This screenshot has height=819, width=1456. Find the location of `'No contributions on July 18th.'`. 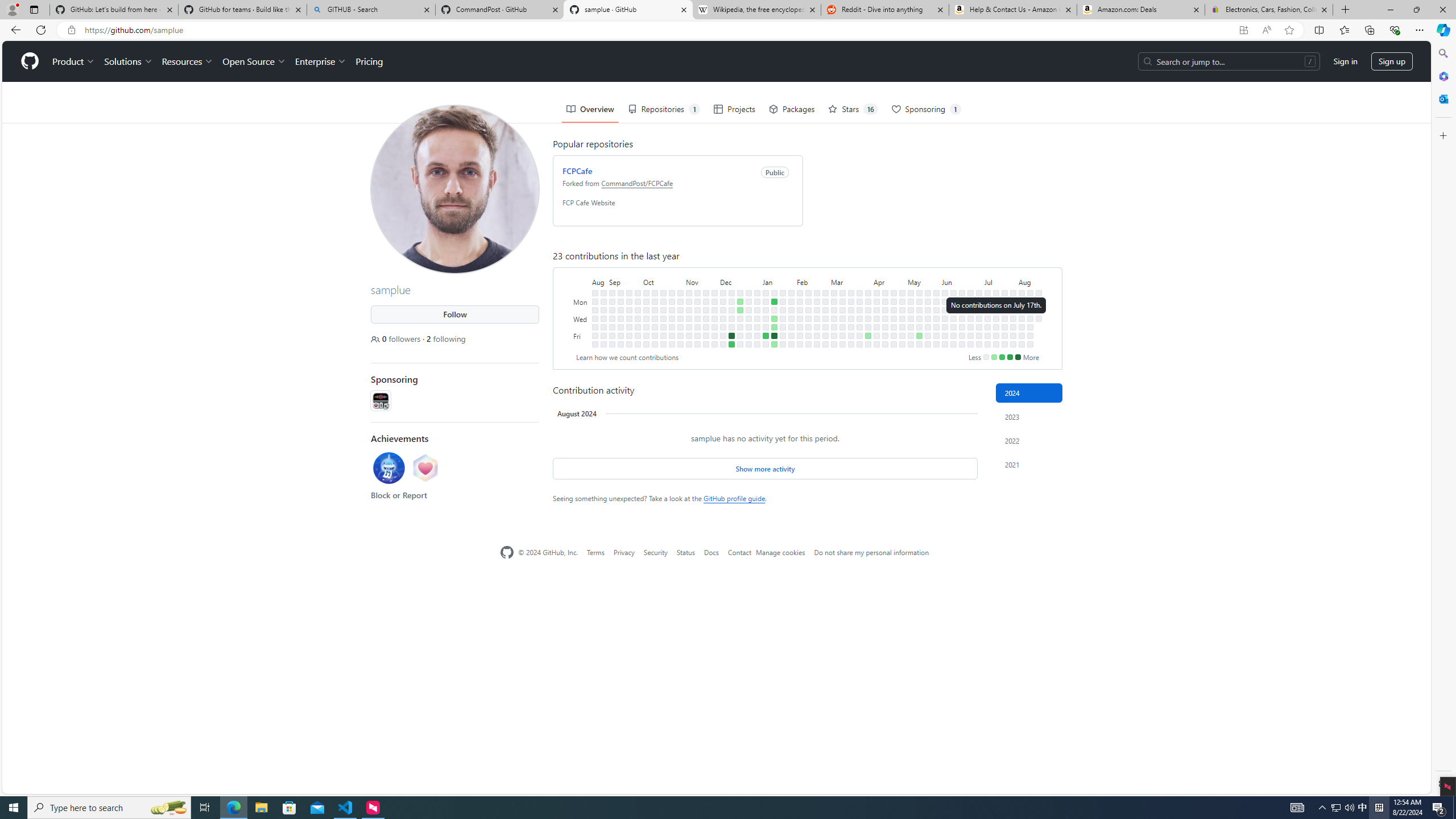

'No contributions on July 18th.' is located at coordinates (995, 326).